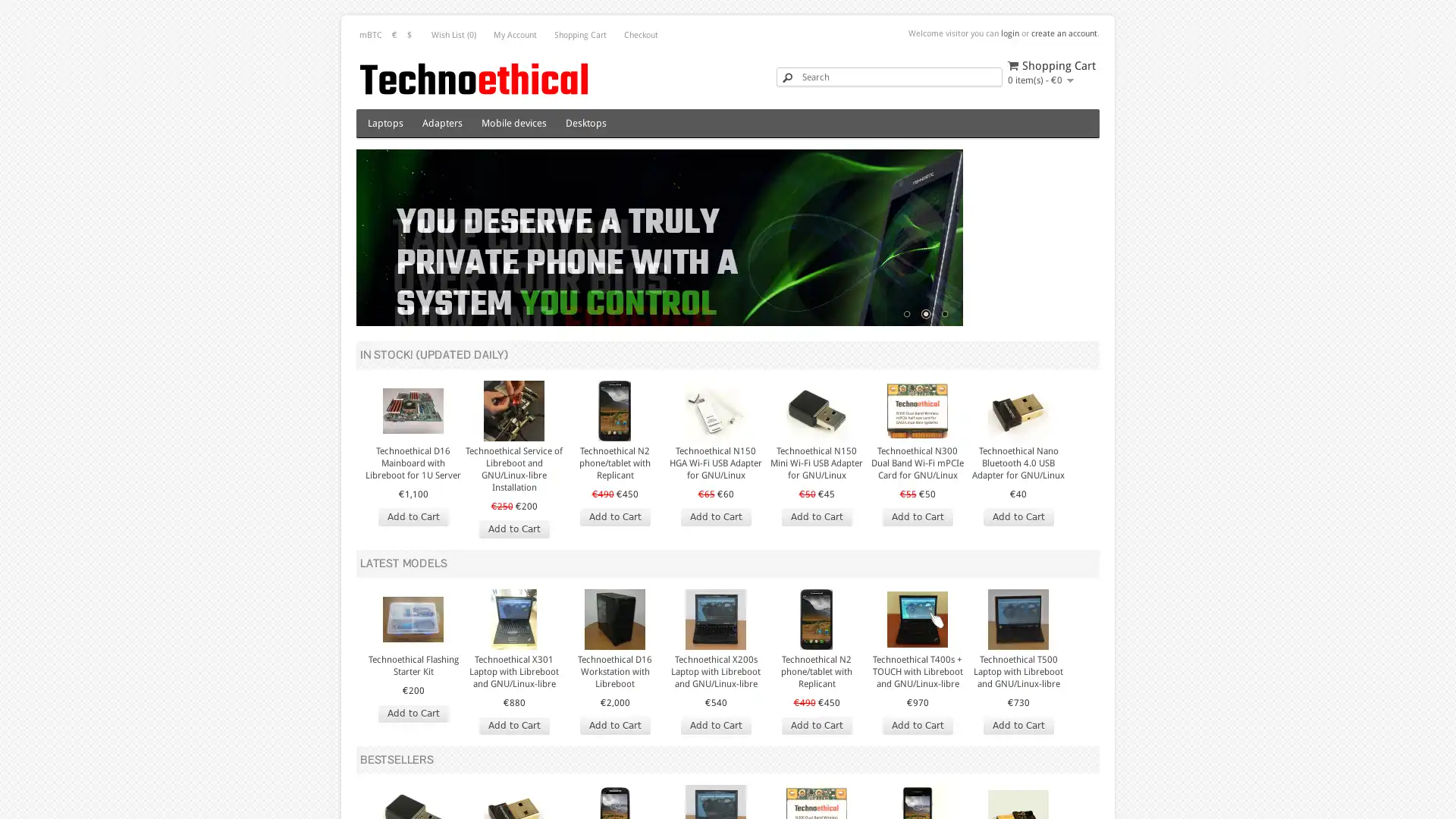  Describe the element at coordinates (513, 579) in the screenshot. I see `Add to Cart` at that location.